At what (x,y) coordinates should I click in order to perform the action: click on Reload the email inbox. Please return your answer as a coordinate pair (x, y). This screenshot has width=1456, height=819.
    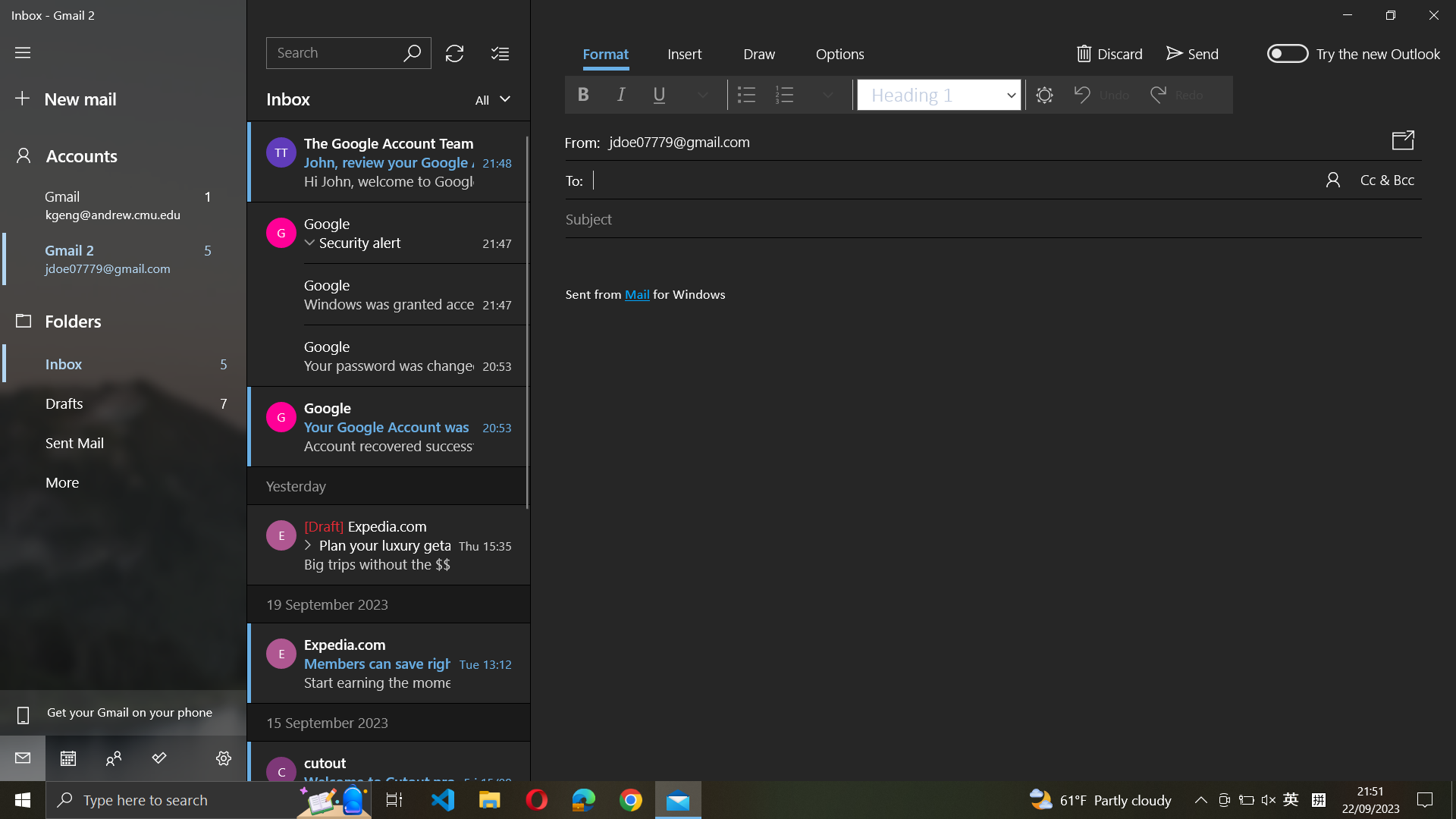
    Looking at the image, I should click on (453, 52).